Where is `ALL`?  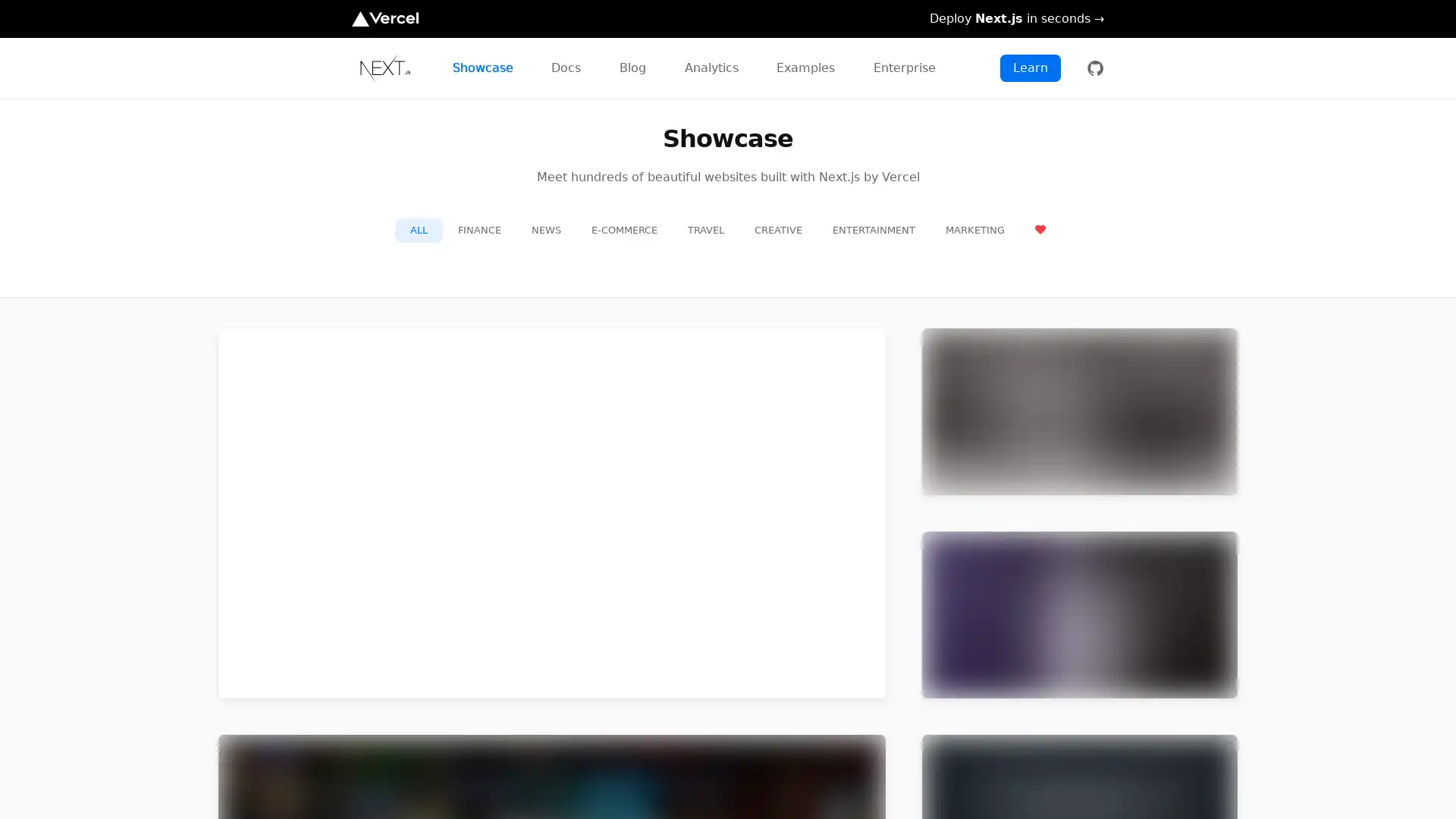 ALL is located at coordinates (419, 230).